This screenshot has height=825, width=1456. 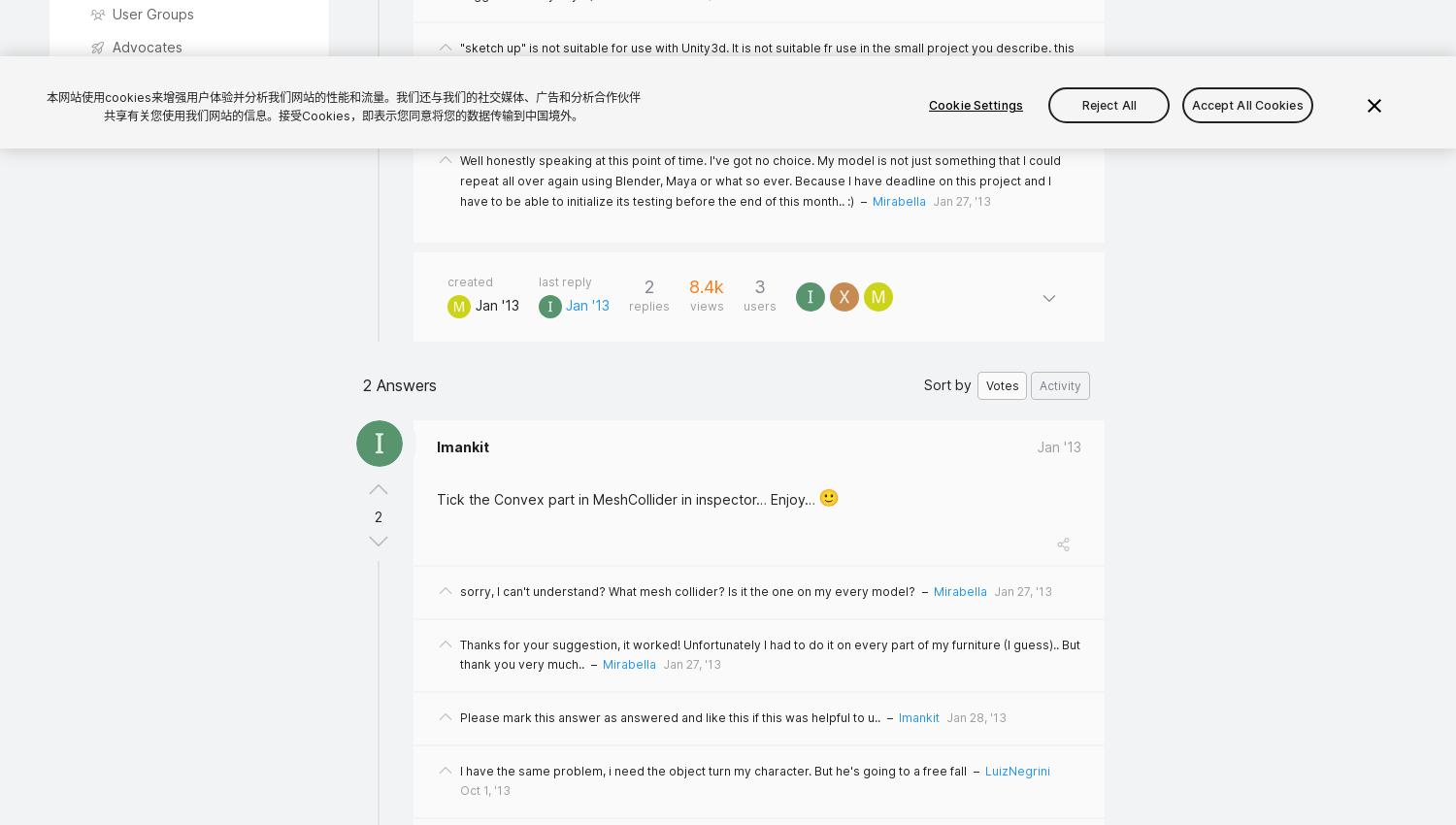 I want to click on 'users', so click(x=760, y=306).